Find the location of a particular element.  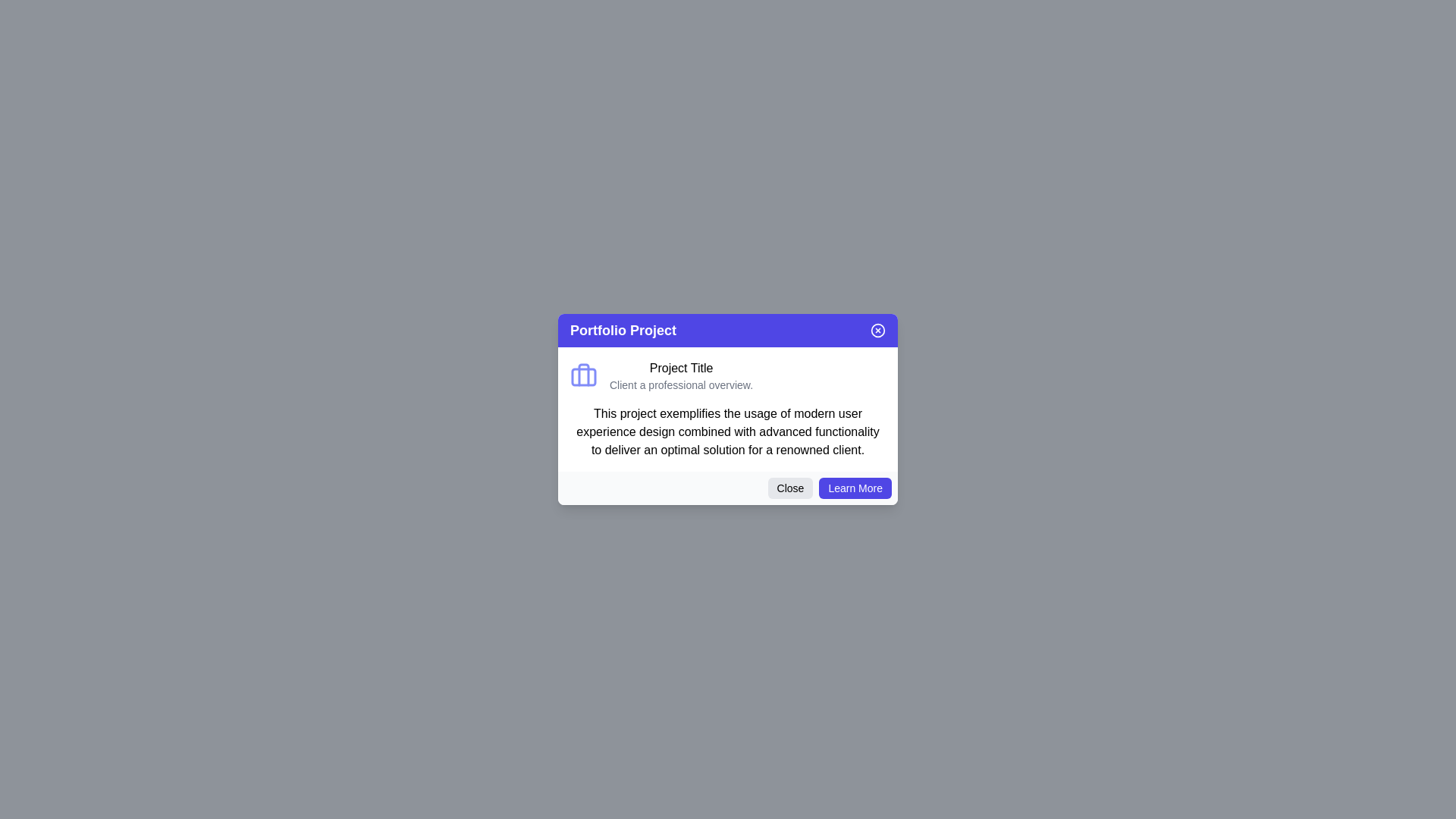

the text label providing supplementary information related to the title 'Project Title', positioned directly below it within the 'Portfolio Project' card interface is located at coordinates (680, 384).